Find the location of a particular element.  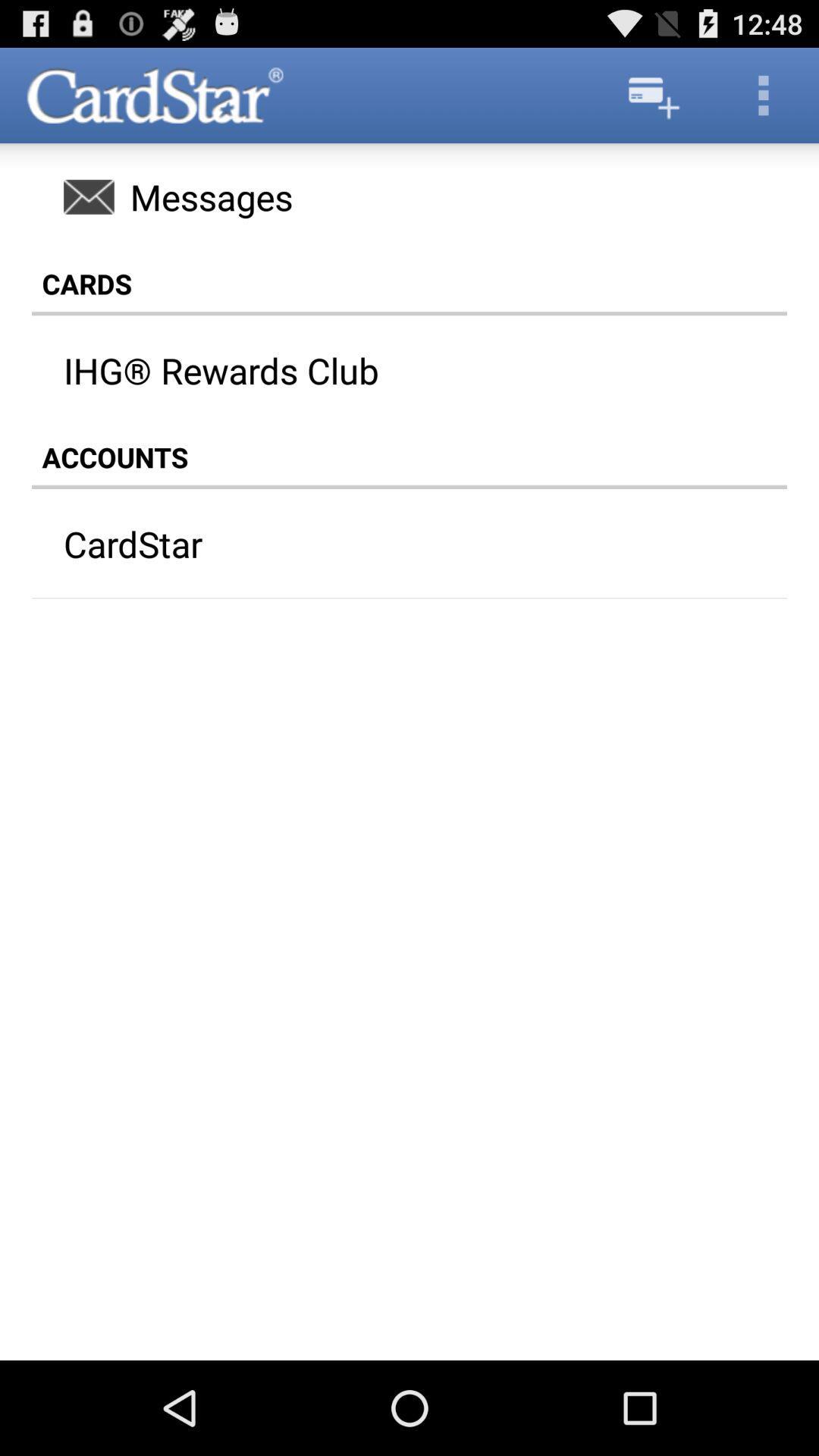

the accounts app is located at coordinates (409, 457).